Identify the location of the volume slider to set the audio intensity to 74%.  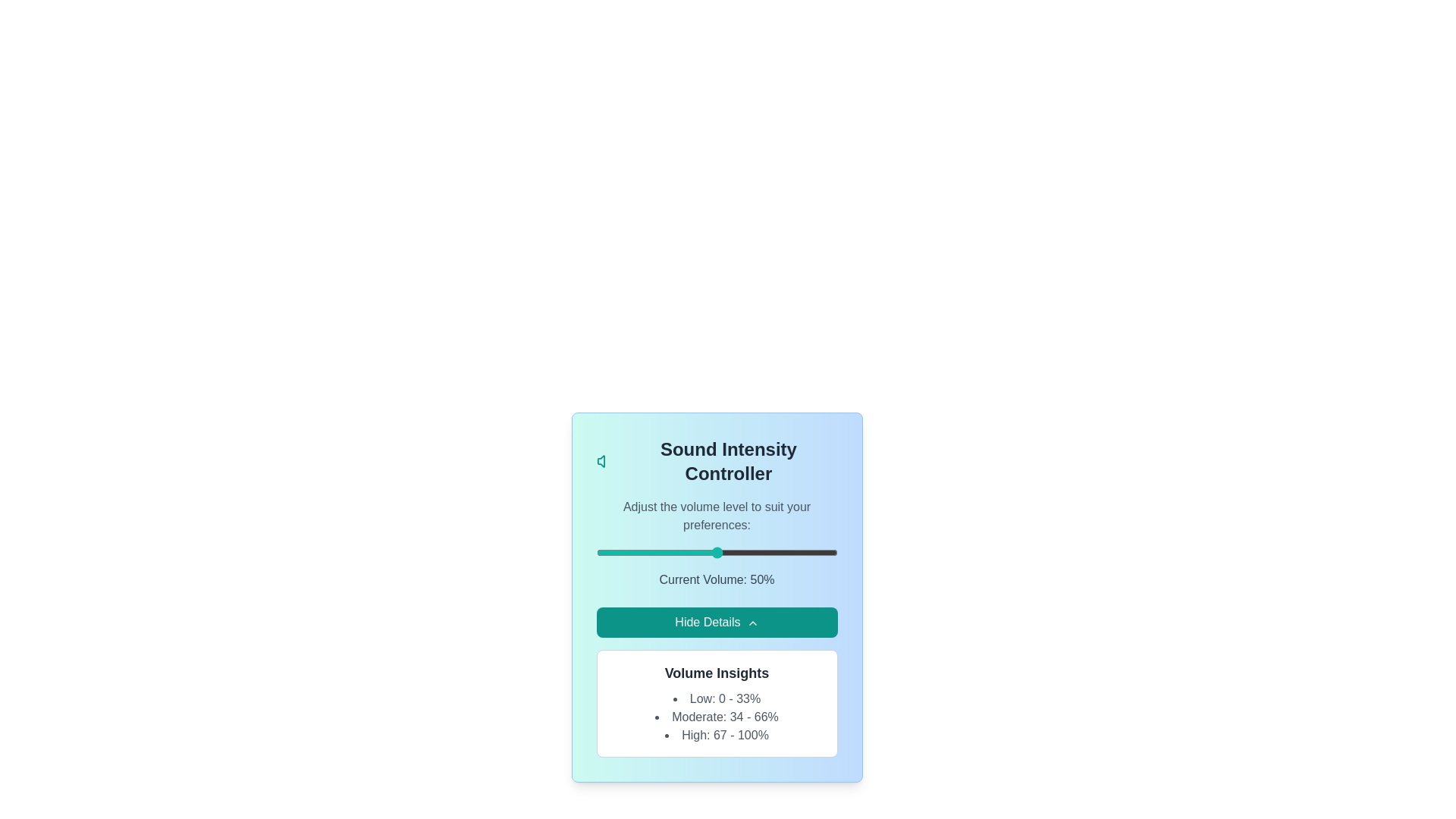
(774, 553).